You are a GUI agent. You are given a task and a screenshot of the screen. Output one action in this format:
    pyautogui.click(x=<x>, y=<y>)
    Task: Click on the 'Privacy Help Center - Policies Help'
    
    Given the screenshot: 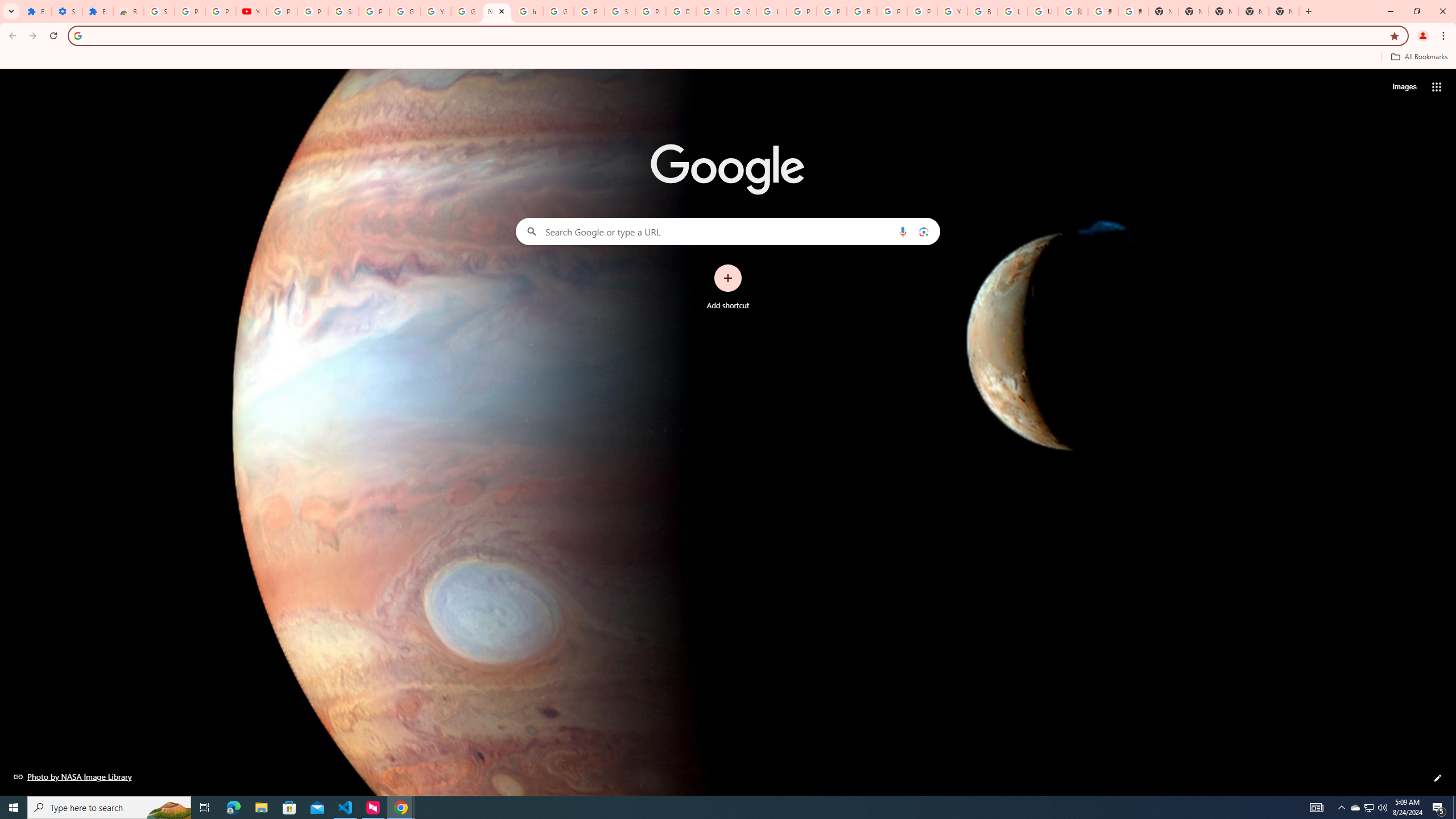 What is the action you would take?
    pyautogui.click(x=830, y=11)
    